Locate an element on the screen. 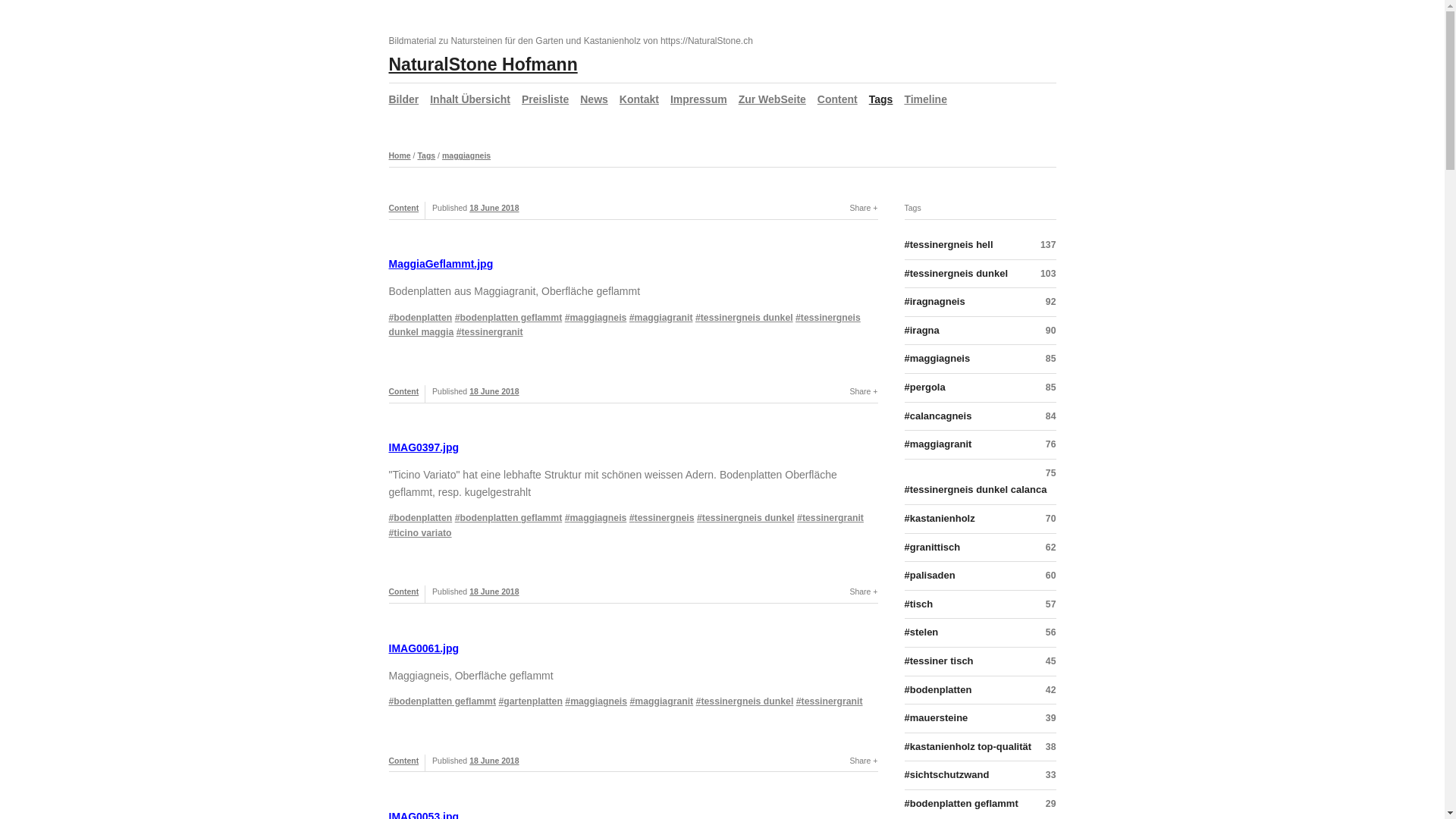 This screenshot has height=819, width=1456. '103 is located at coordinates (979, 275).